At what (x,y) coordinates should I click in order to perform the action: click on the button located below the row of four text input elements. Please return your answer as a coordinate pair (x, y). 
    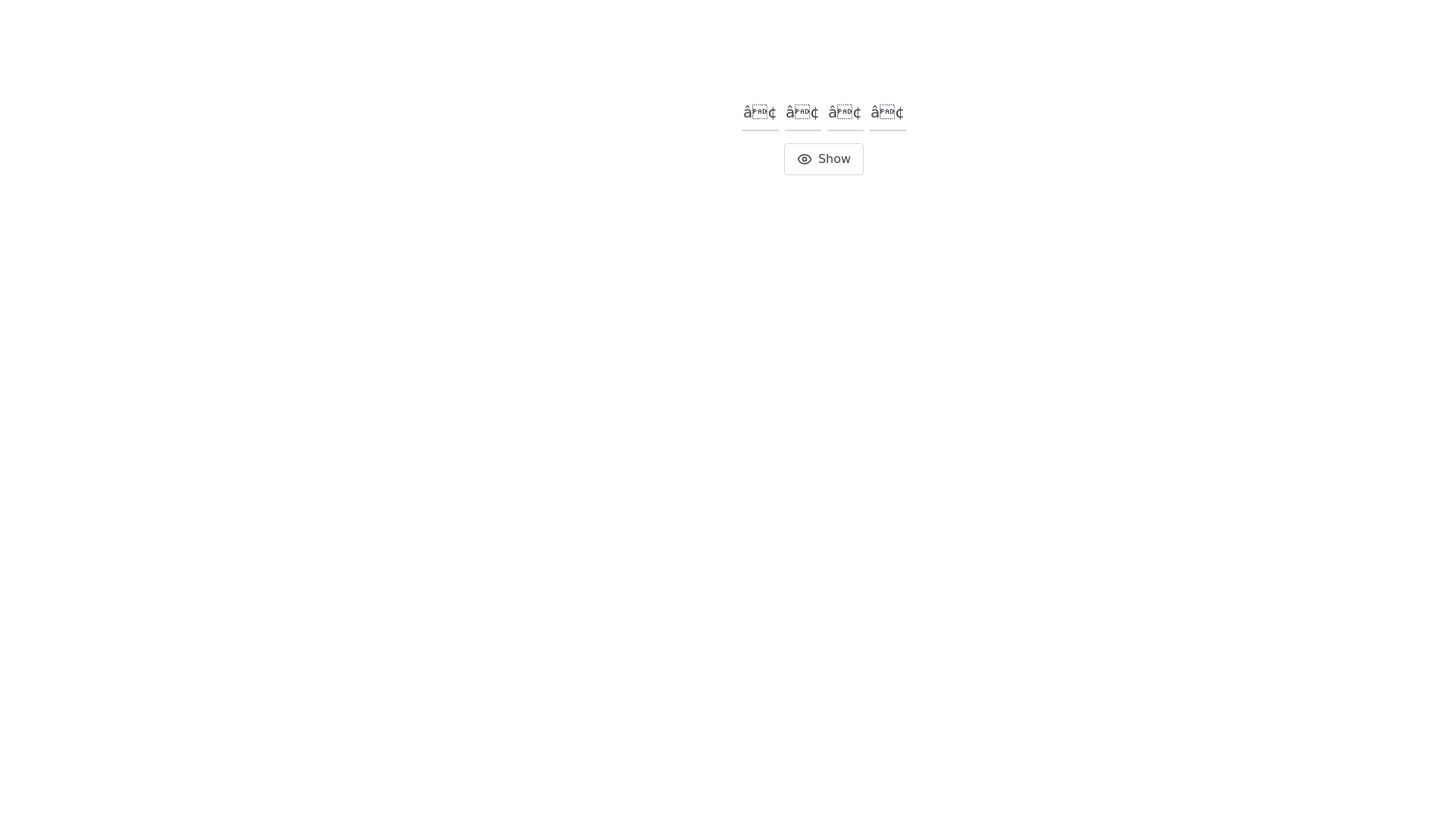
    Looking at the image, I should click on (823, 158).